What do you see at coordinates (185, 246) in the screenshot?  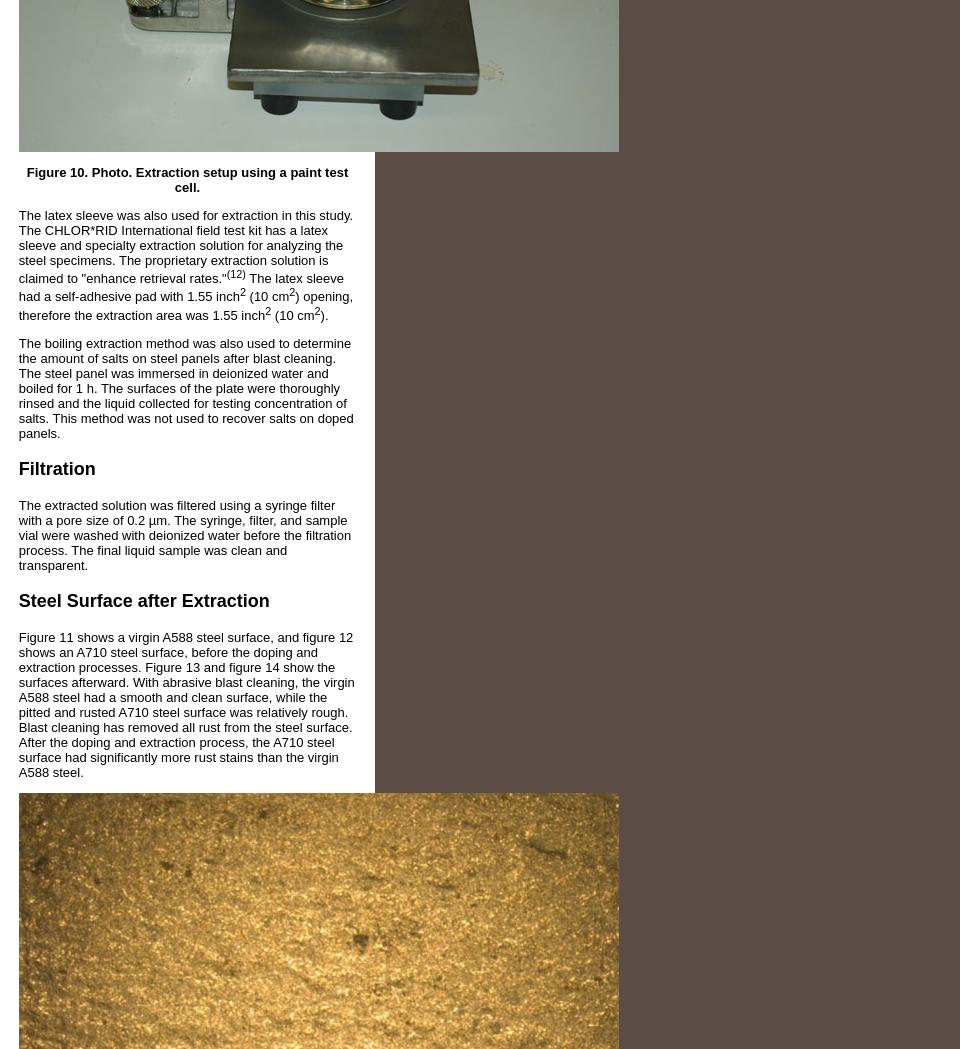 I see `'The latex sleeve was also used for extraction in this study. The CHLOR*RID International field test kit has a latex sleeve and specialty extraction solution for analyzing the steel specimens. The proprietary extraction solution is claimed to "enhance retrieval rates."'` at bounding box center [185, 246].